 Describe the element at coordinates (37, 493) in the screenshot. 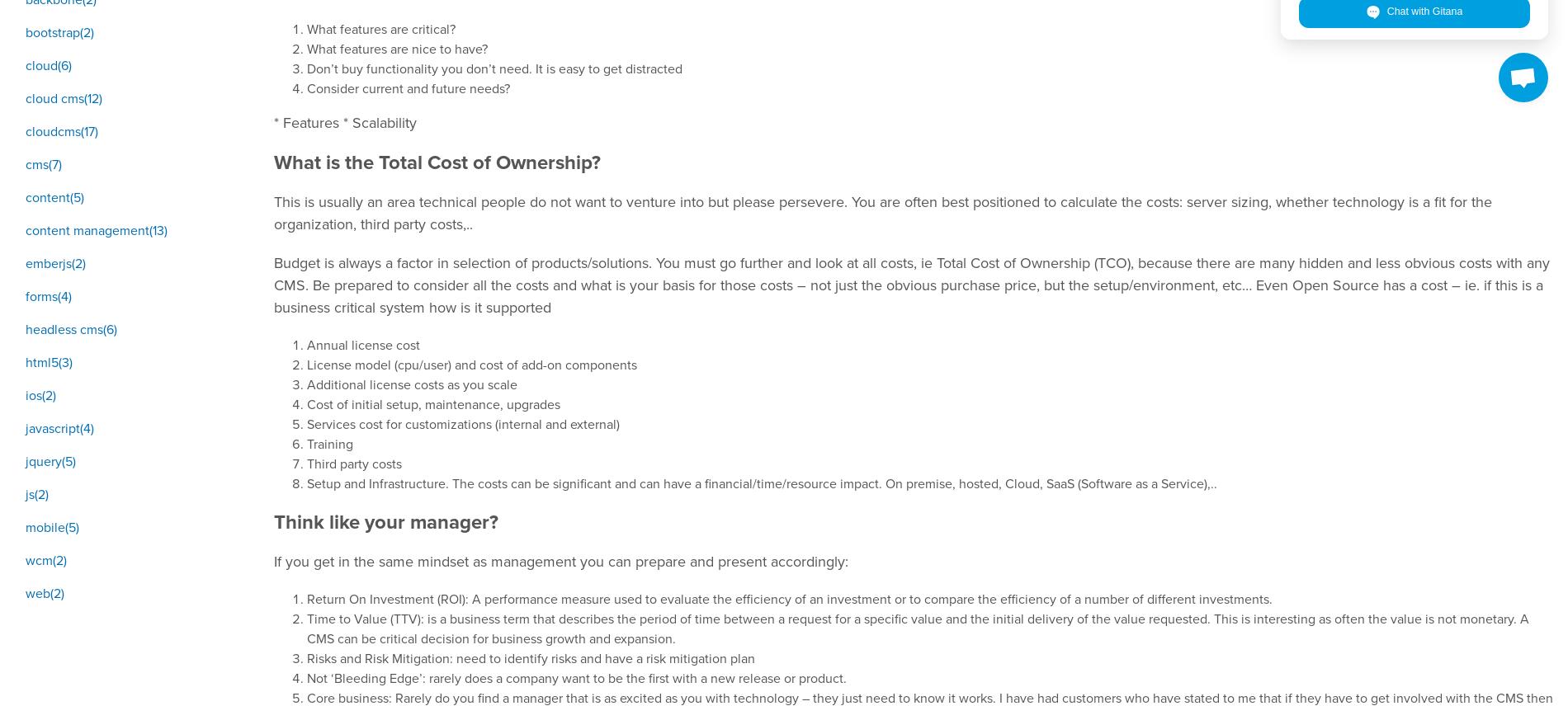

I see `'js(2)'` at that location.